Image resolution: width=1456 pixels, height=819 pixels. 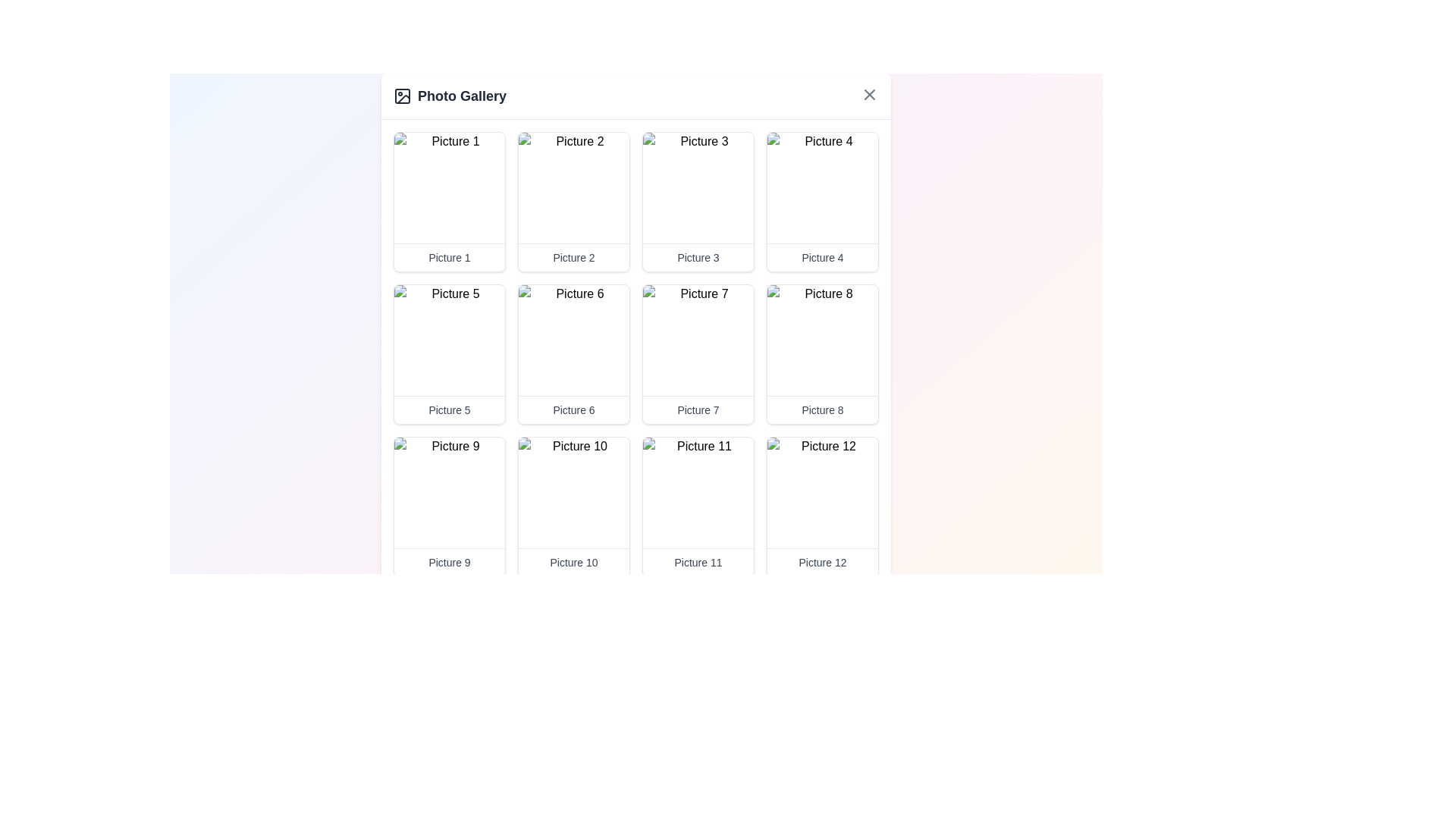 What do you see at coordinates (870, 94) in the screenshot?
I see `the close button located at the top-right corner of the dialog` at bounding box center [870, 94].